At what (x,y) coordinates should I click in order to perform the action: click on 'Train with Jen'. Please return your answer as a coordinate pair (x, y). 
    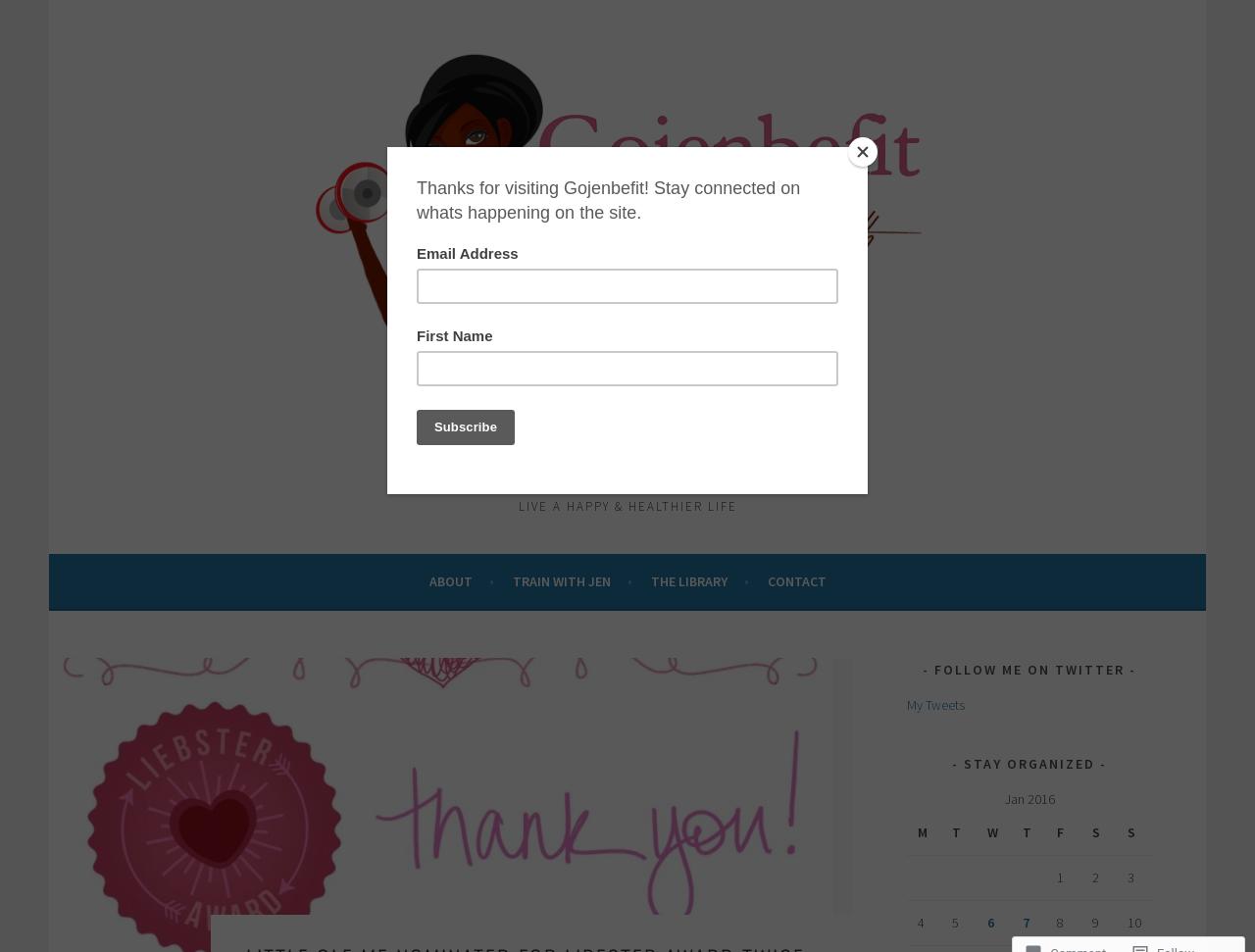
    Looking at the image, I should click on (560, 580).